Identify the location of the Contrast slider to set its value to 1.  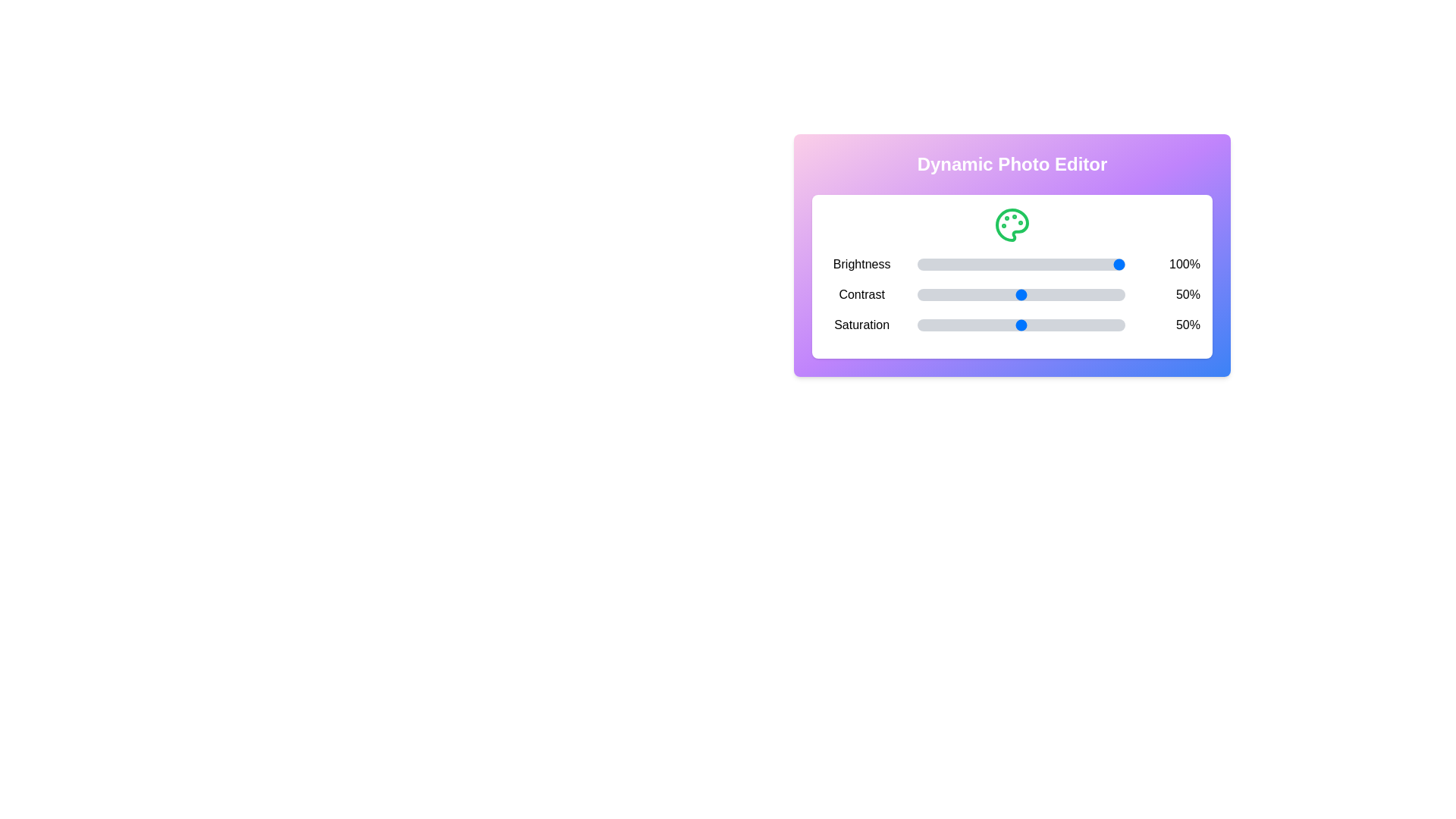
(919, 295).